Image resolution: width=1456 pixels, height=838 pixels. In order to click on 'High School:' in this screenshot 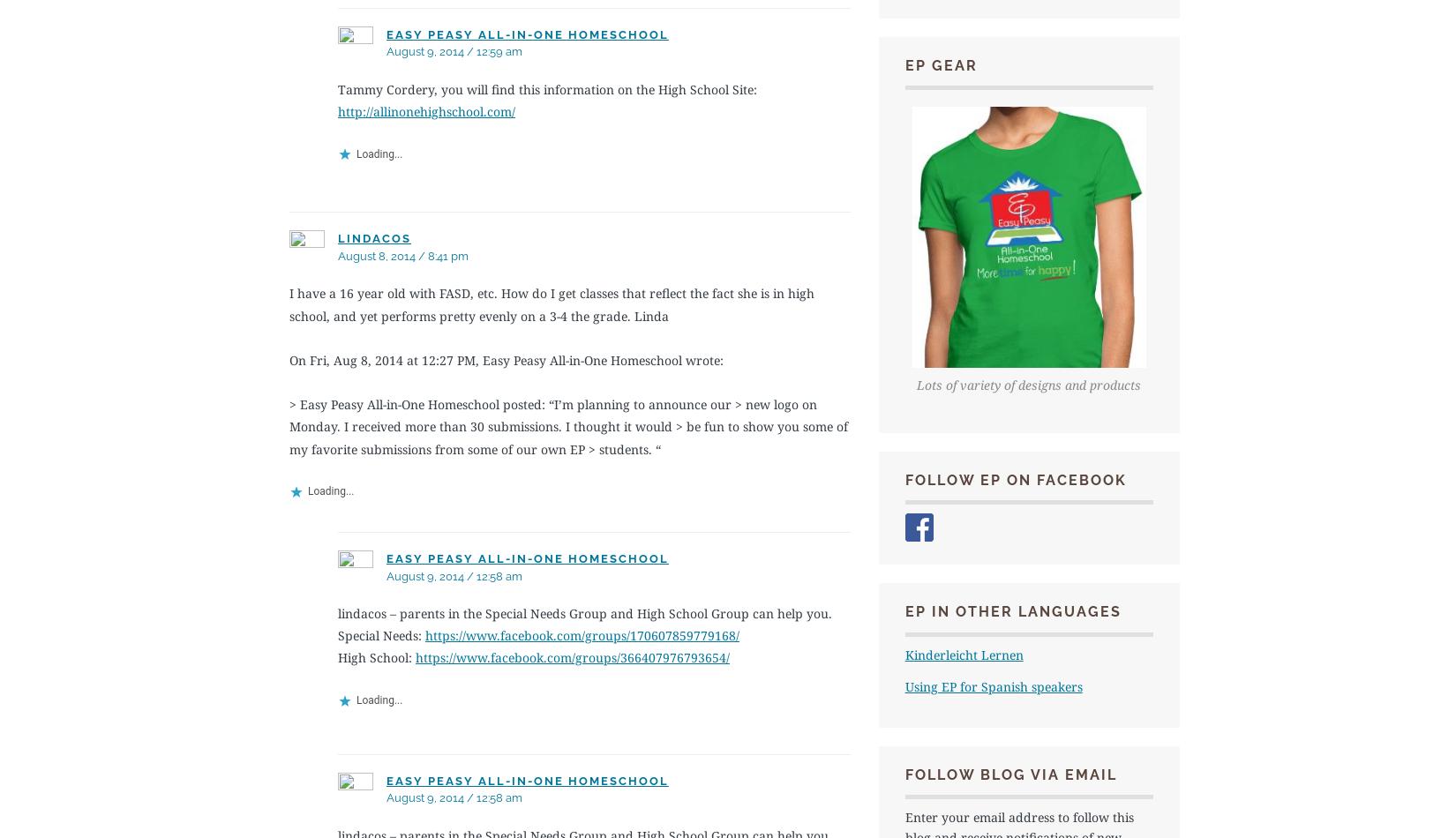, I will do `click(376, 656)`.